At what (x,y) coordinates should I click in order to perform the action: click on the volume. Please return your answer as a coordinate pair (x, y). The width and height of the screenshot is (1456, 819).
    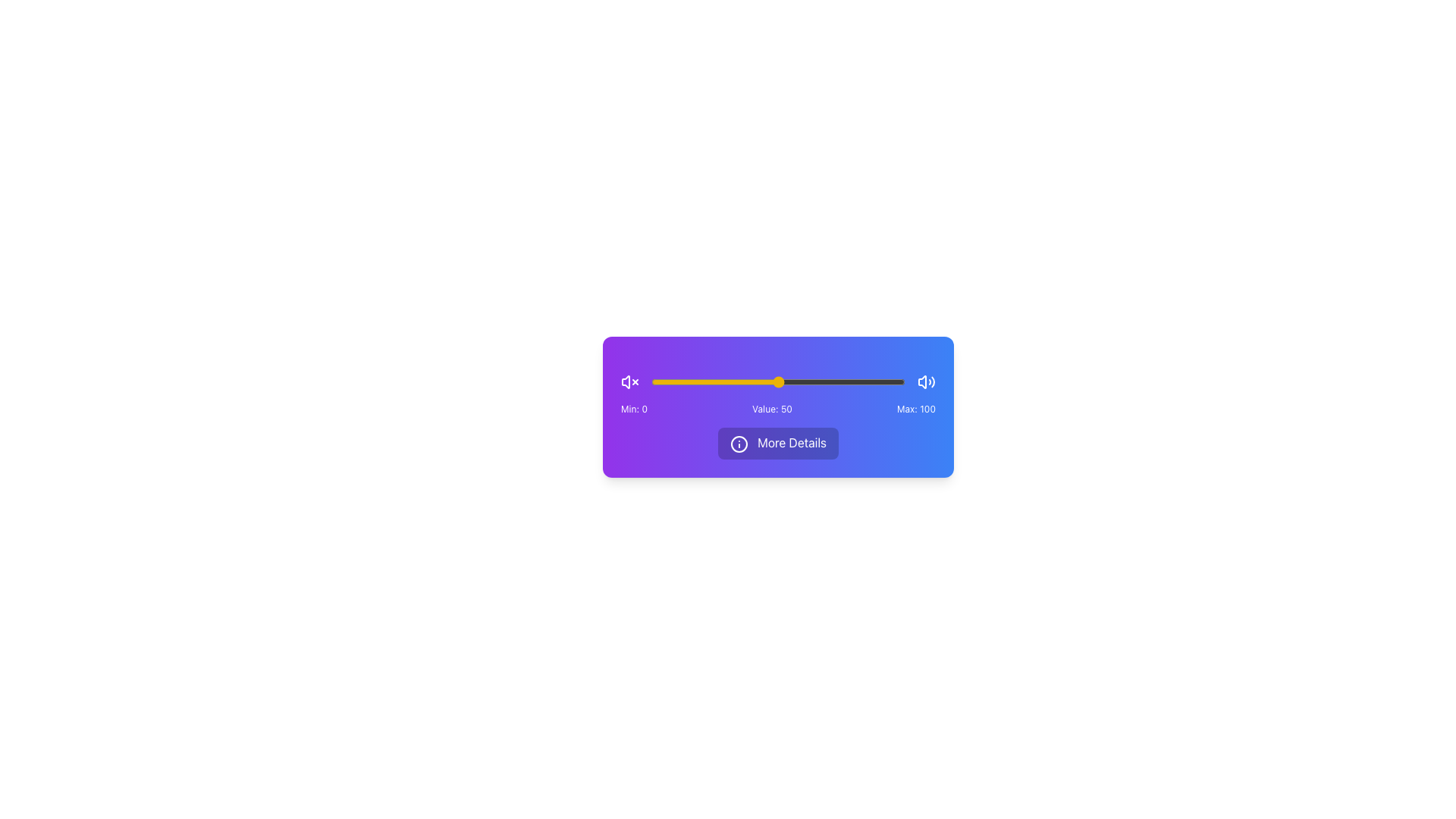
    Looking at the image, I should click on (704, 381).